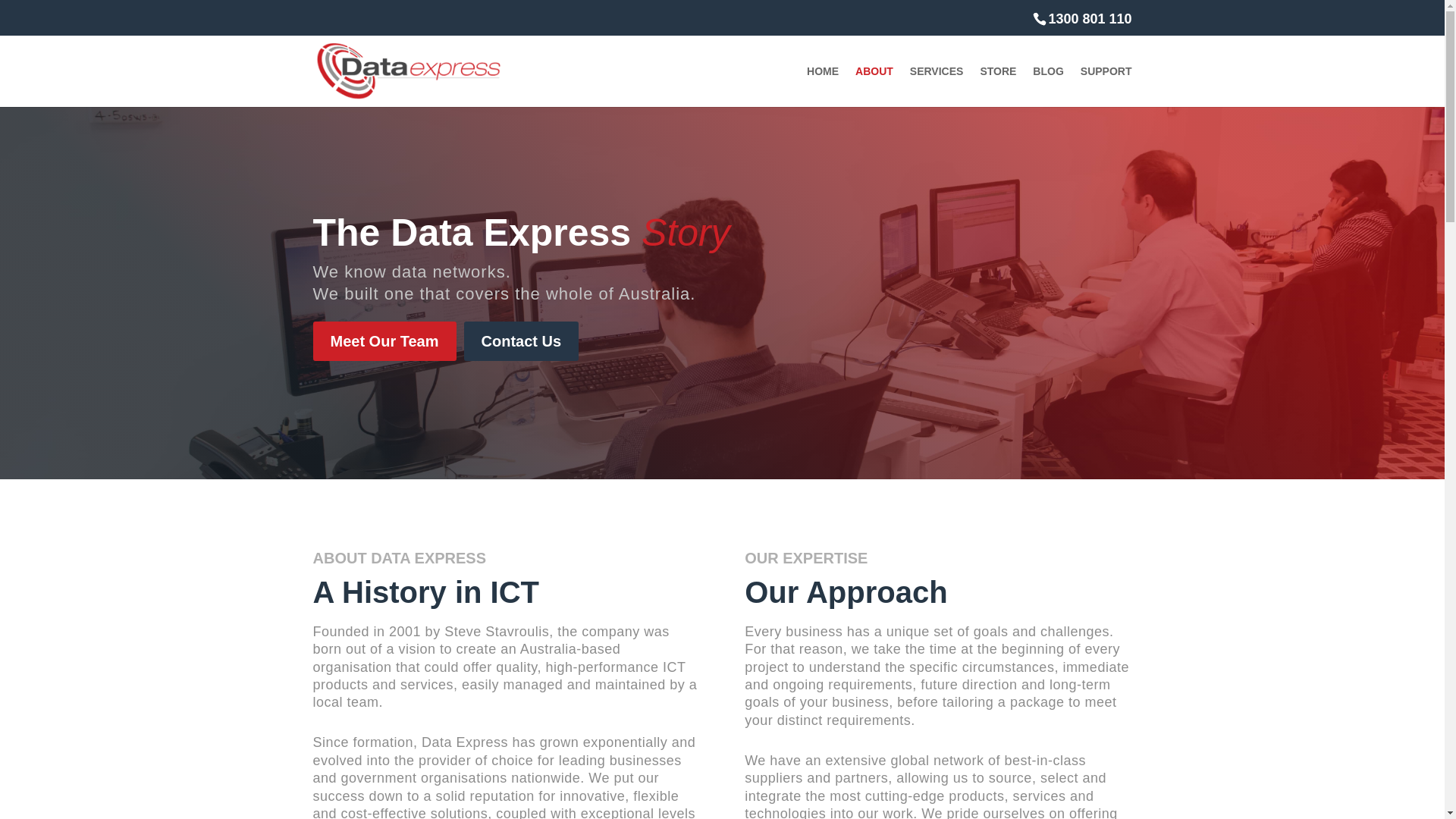 Image resolution: width=1456 pixels, height=819 pixels. Describe the element at coordinates (384, 341) in the screenshot. I see `'Meet Our Team'` at that location.